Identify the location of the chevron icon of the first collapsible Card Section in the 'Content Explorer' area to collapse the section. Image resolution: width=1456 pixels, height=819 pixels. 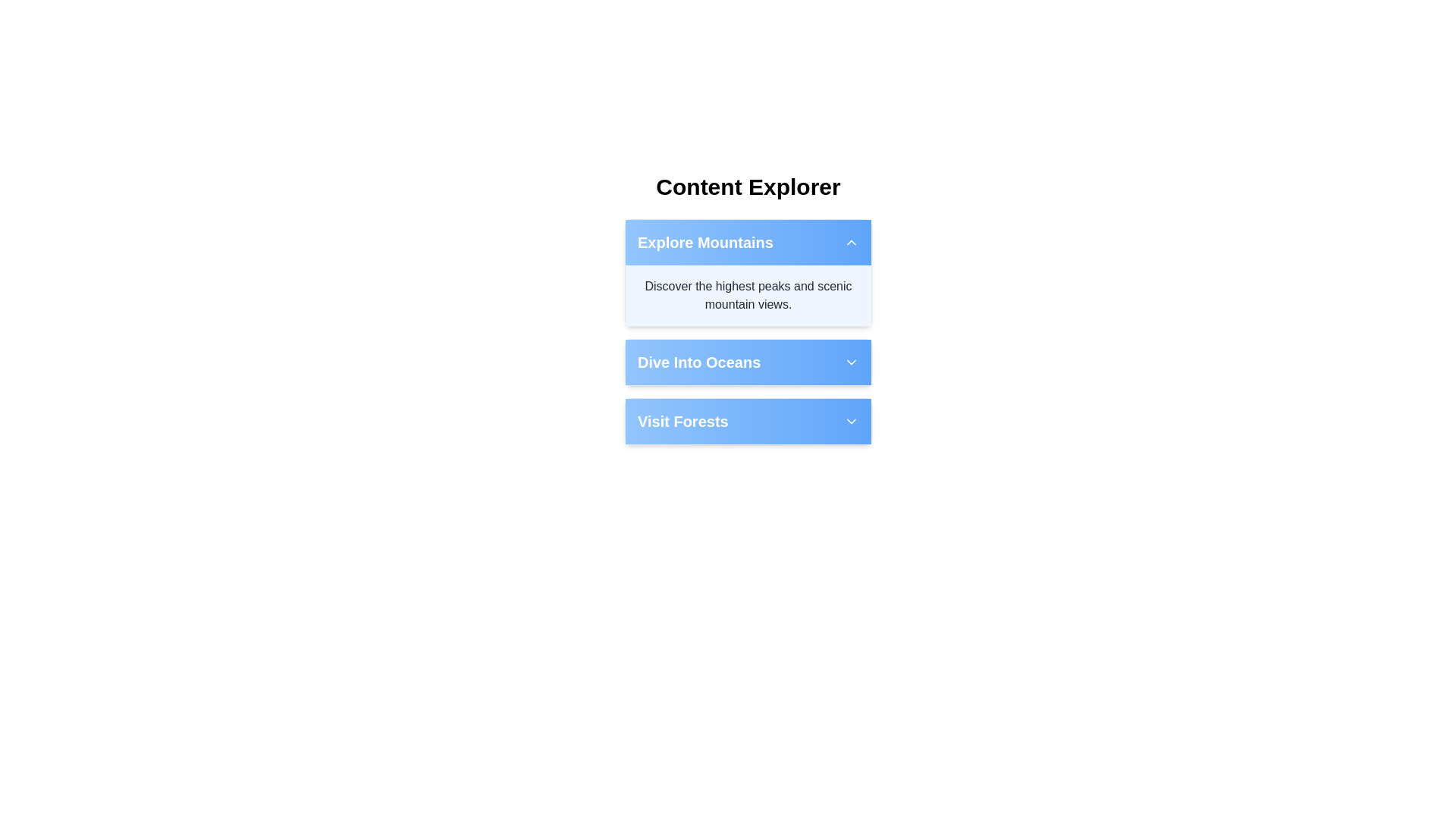
(748, 331).